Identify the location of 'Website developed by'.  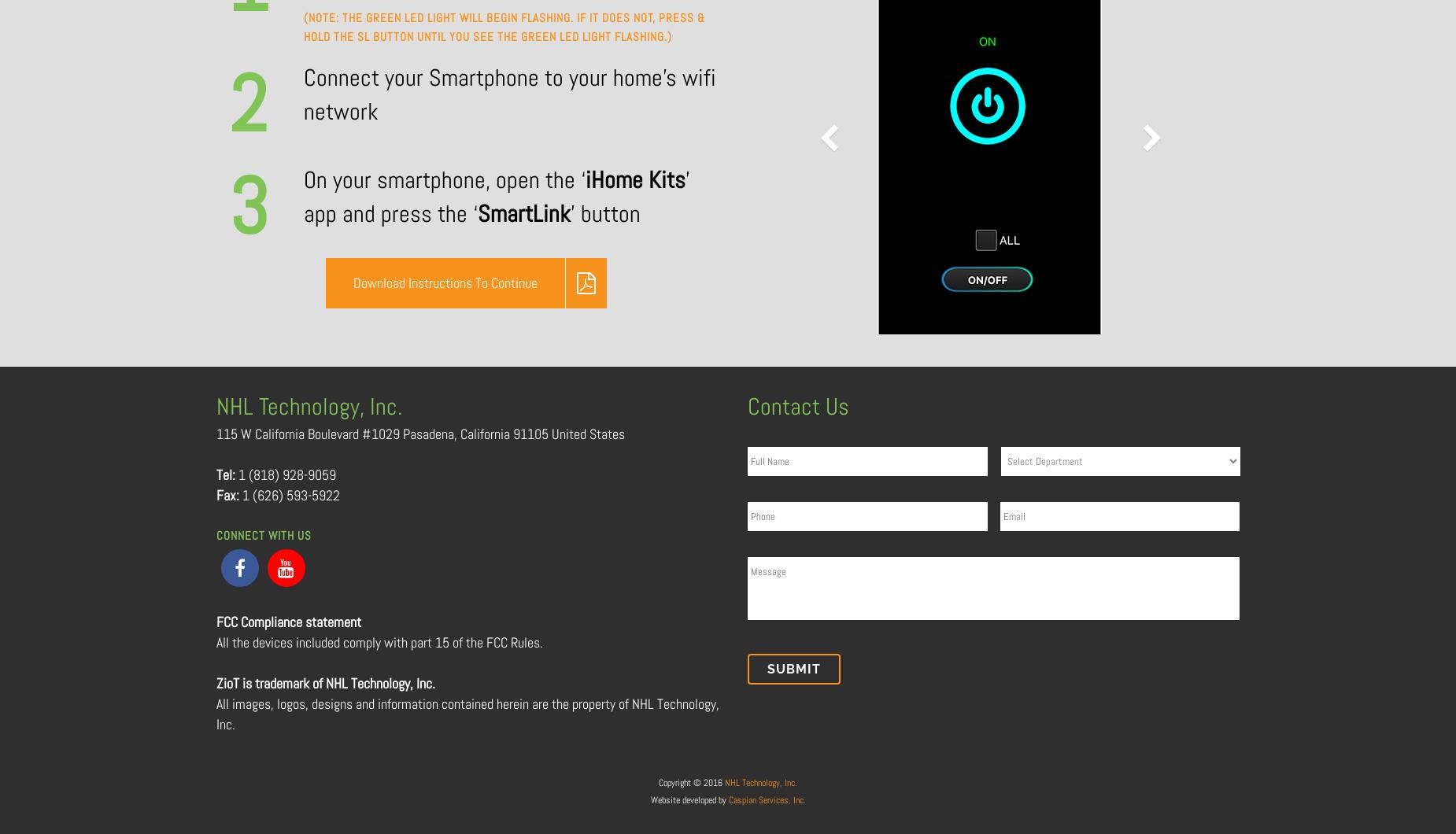
(650, 799).